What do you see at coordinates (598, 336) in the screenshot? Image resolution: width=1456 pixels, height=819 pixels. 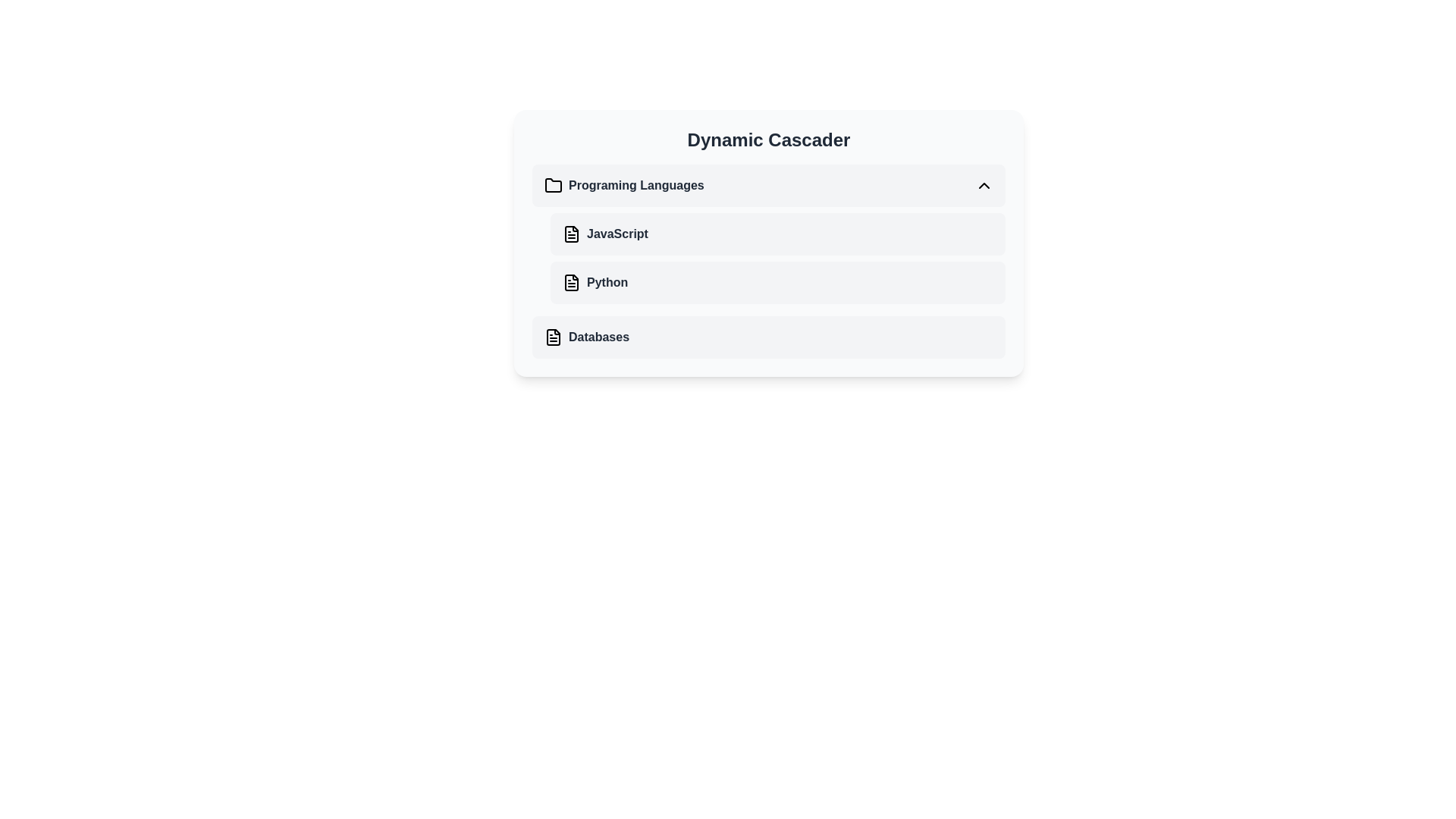 I see `the bold text label displaying 'Databases', which is aligned horizontally with a document icon to its left, positioned at the bottom of a vertical list within a card-like layout` at bounding box center [598, 336].